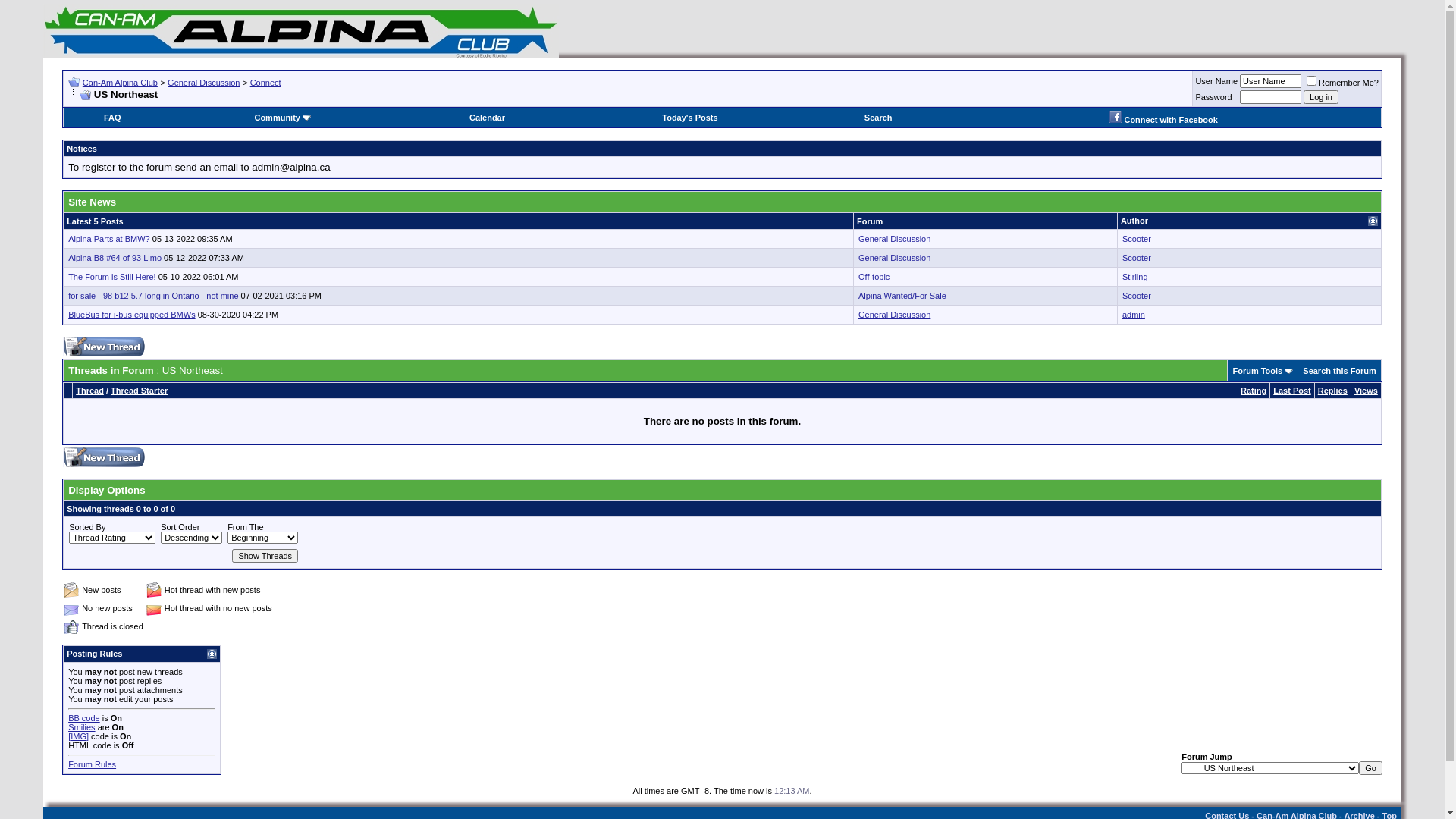 The width and height of the screenshot is (1456, 819). Describe the element at coordinates (1370, 768) in the screenshot. I see `'Go'` at that location.